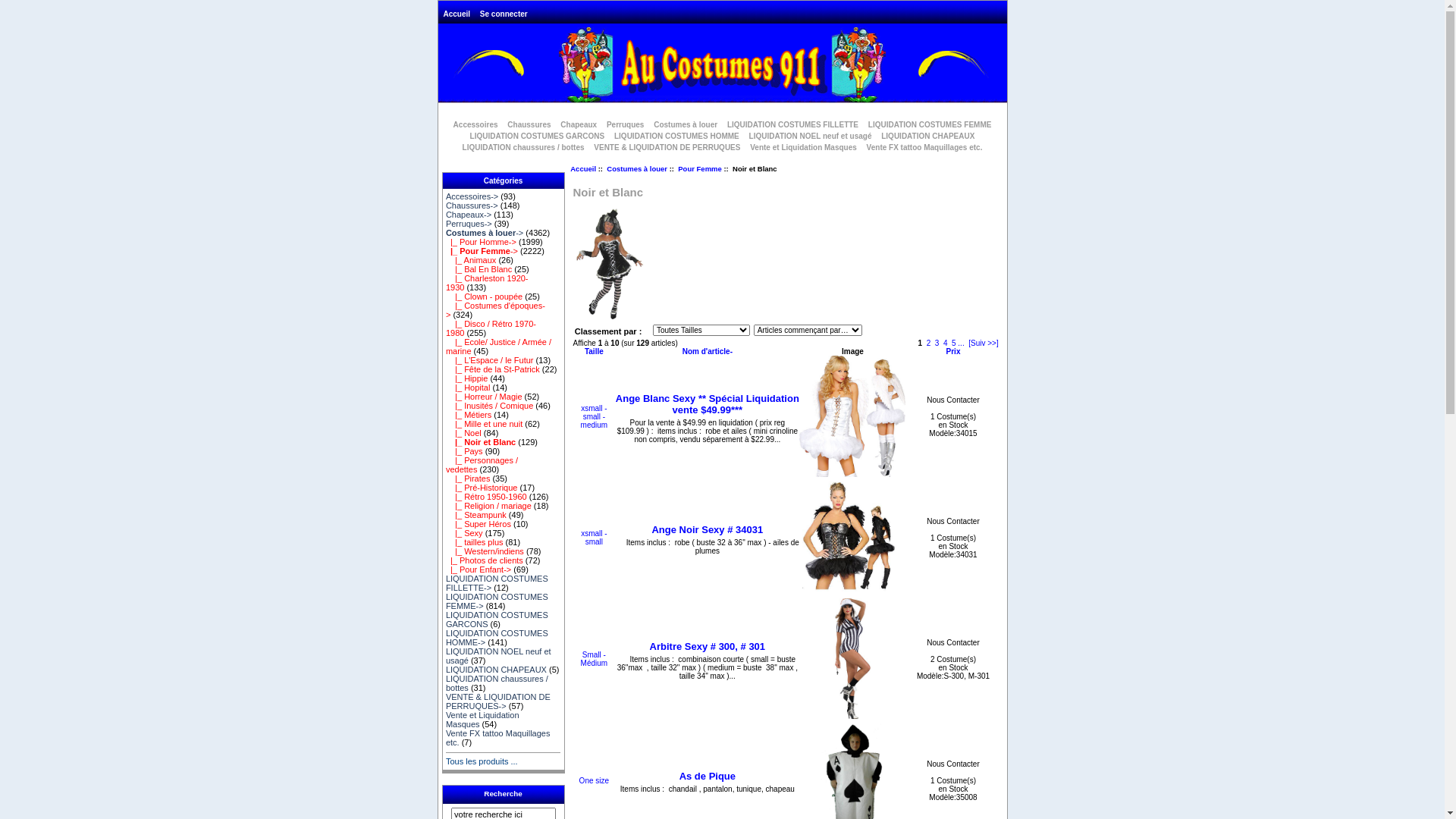  I want to click on 'Vente et Liquidation Masques', so click(802, 147).